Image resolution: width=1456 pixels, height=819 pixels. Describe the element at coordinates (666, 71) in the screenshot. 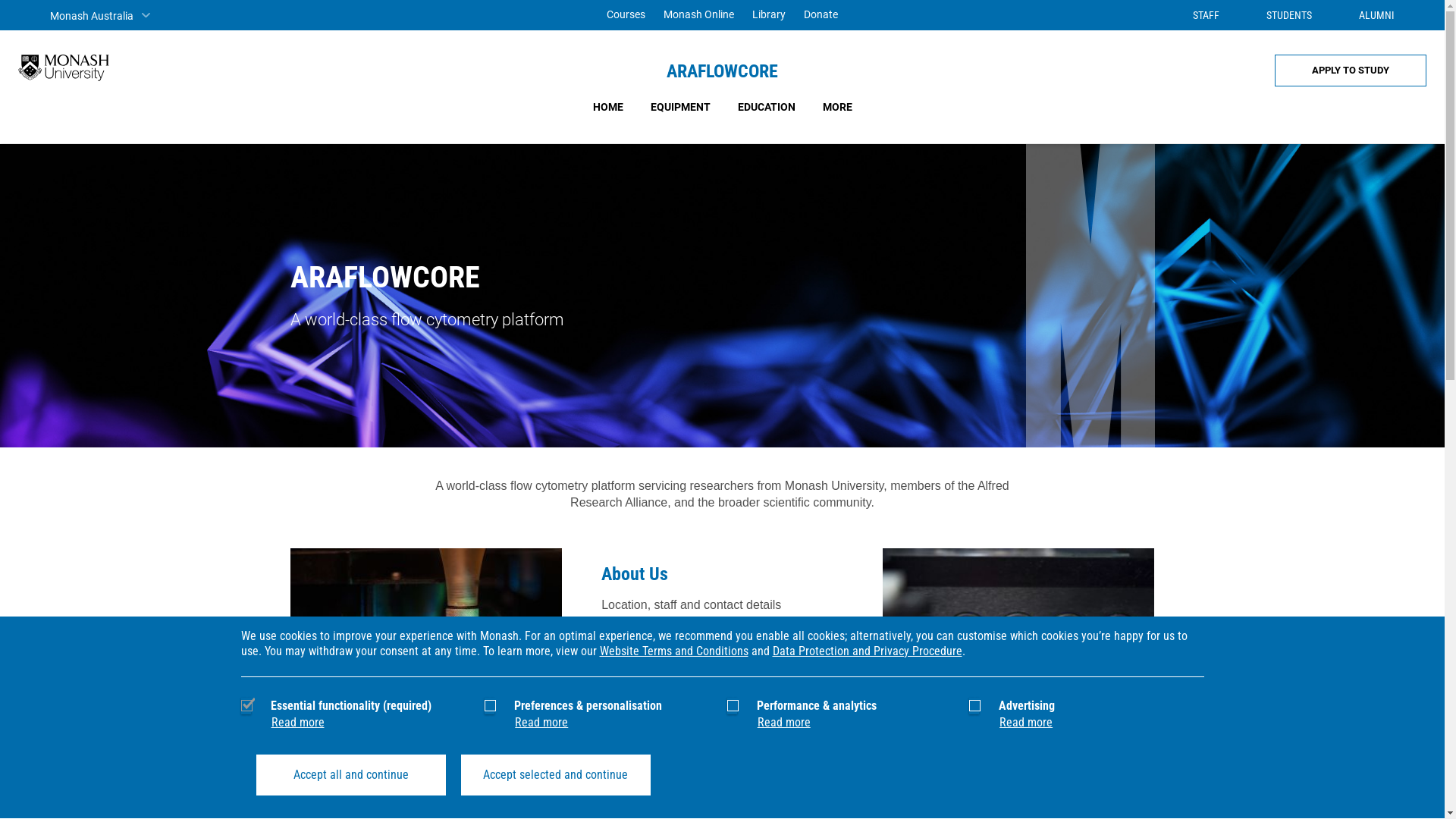

I see `'ARAFLOWCORE'` at that location.